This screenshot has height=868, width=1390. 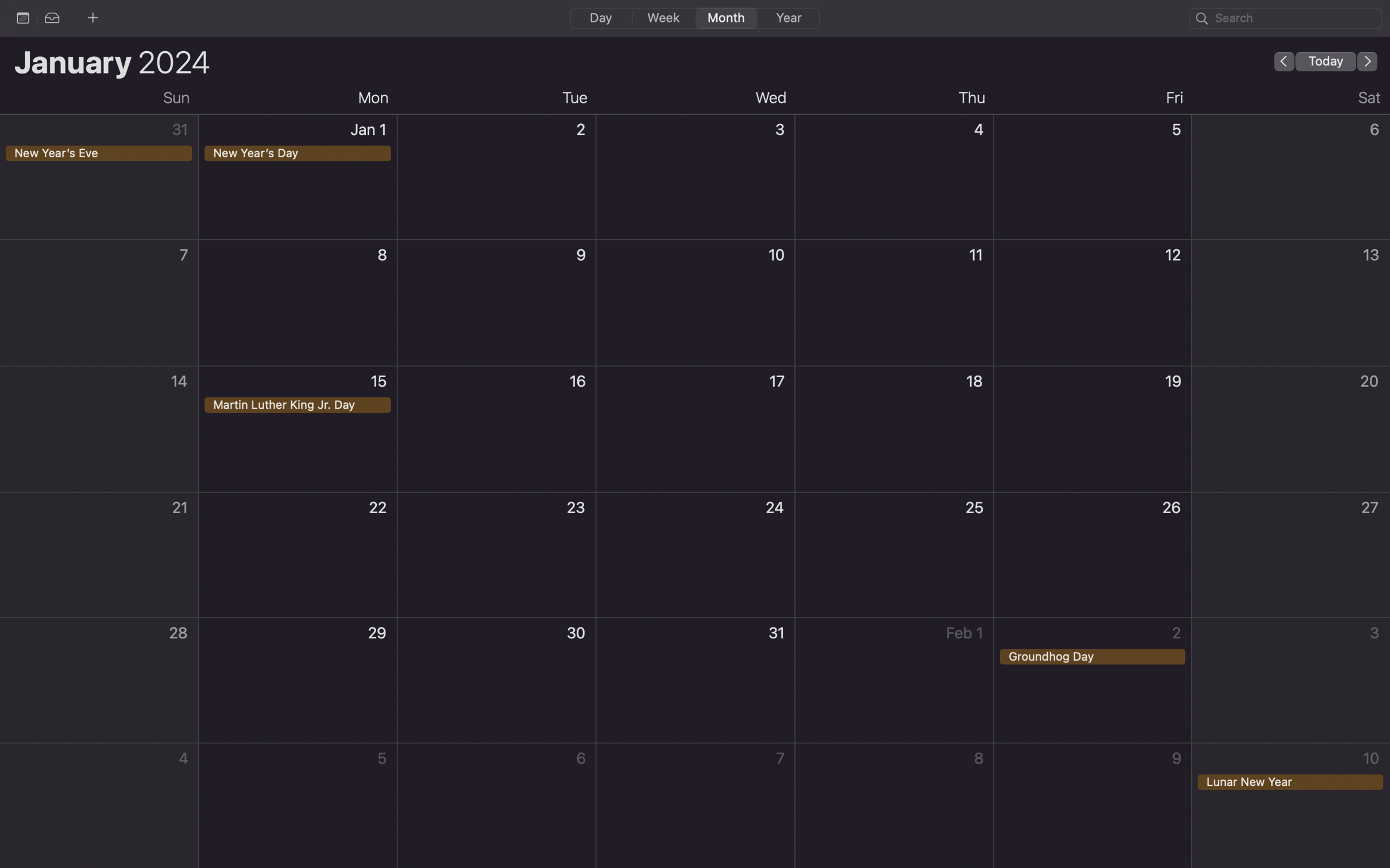 I want to click on up an event for the 22nd of January, so click(x=298, y=555).